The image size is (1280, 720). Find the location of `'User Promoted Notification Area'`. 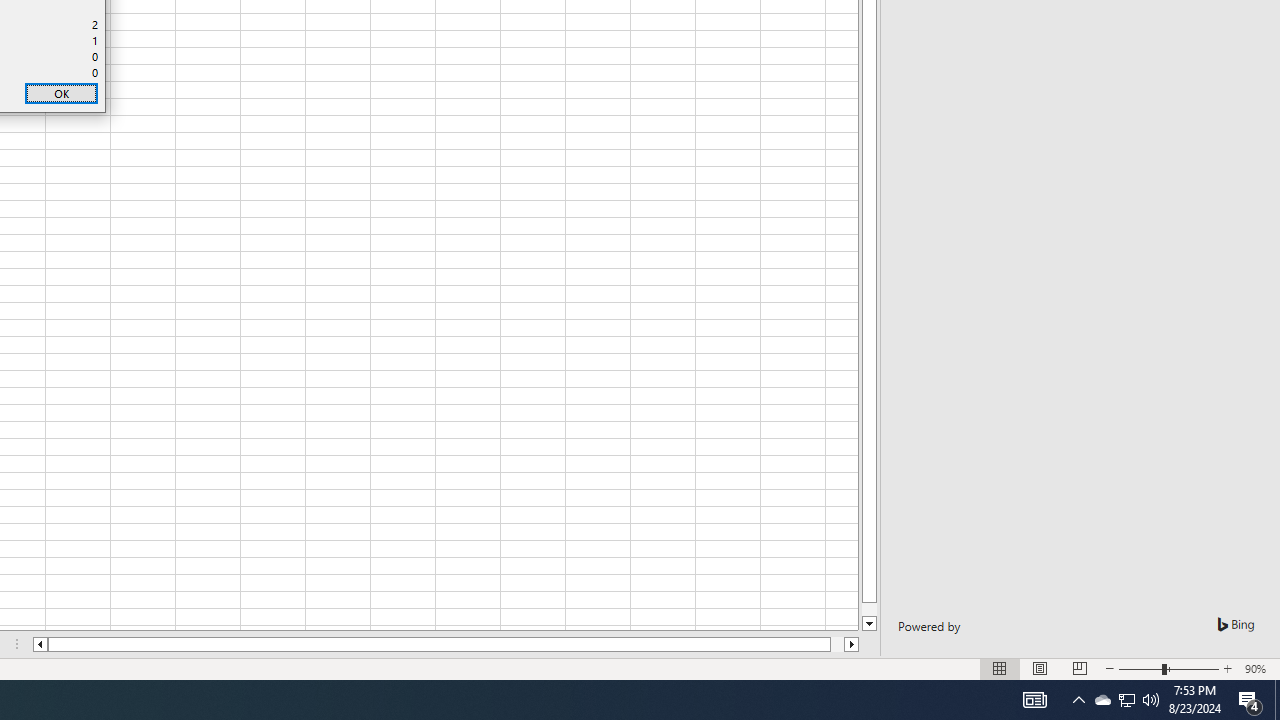

'User Promoted Notification Area' is located at coordinates (1127, 698).